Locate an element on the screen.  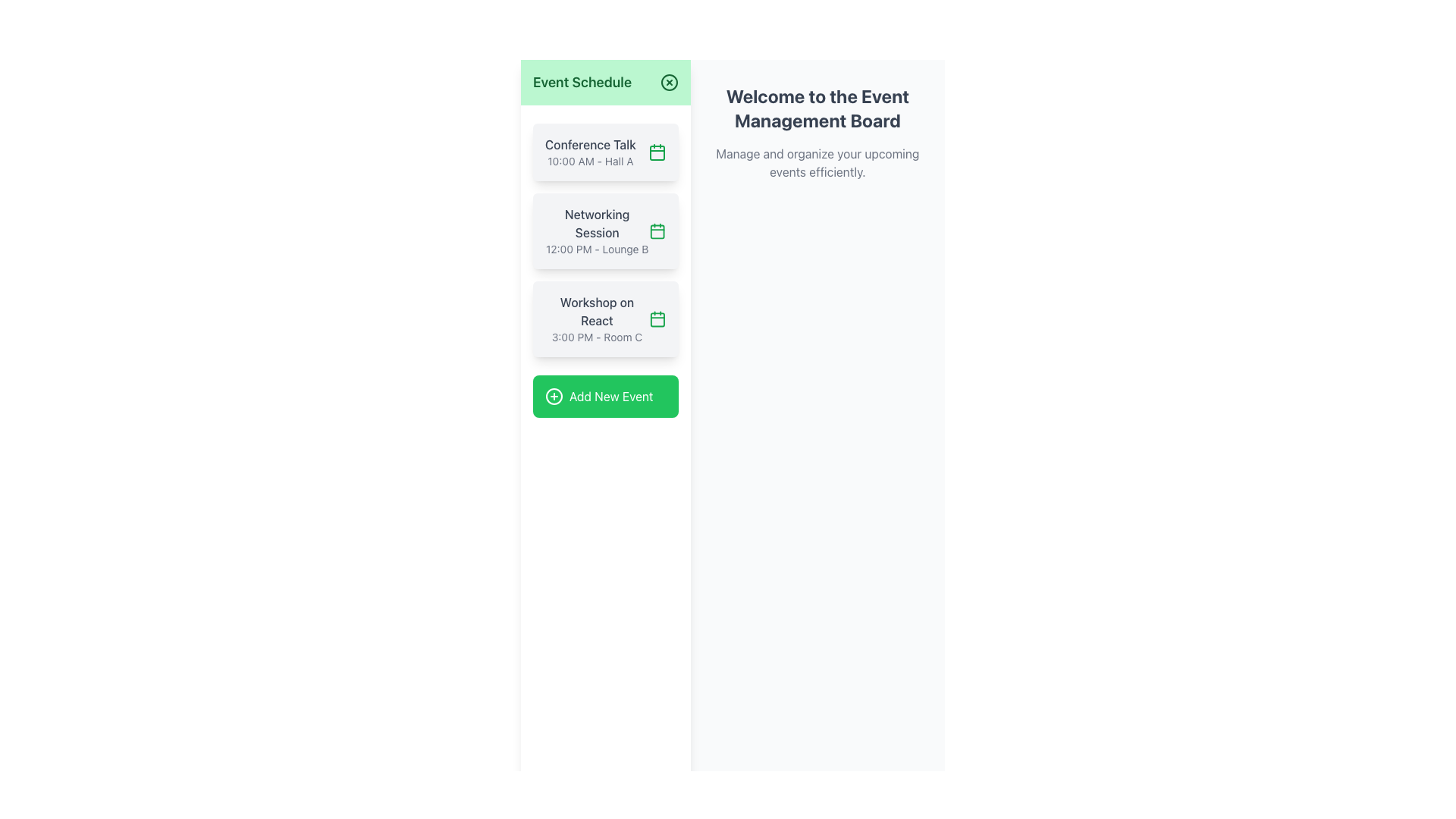
the calendar icon with a green outline located to the right of the text 'Workshop on React' is located at coordinates (657, 318).